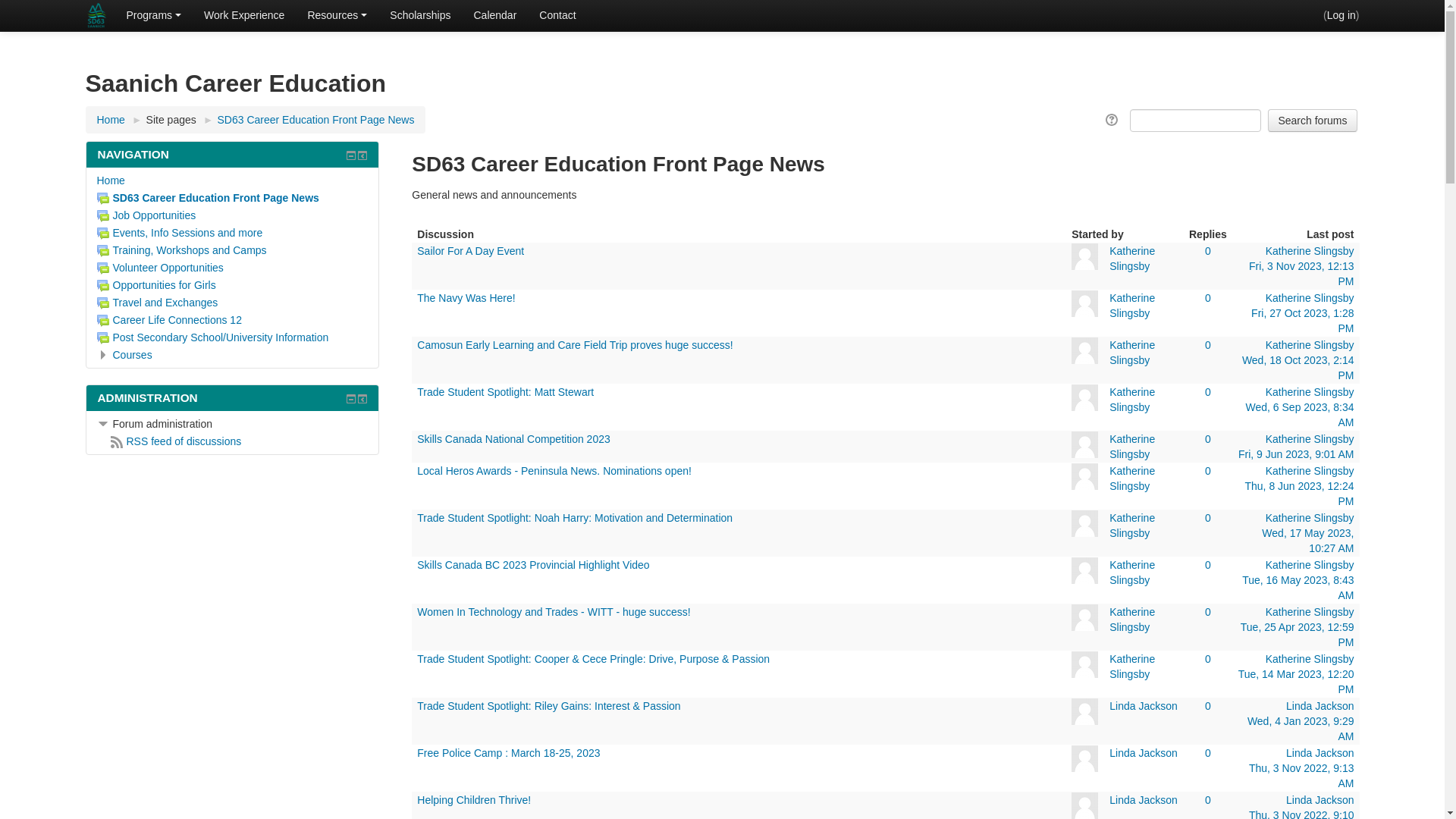 The width and height of the screenshot is (1456, 819). What do you see at coordinates (146, 215) in the screenshot?
I see `'Job Opportunities'` at bounding box center [146, 215].